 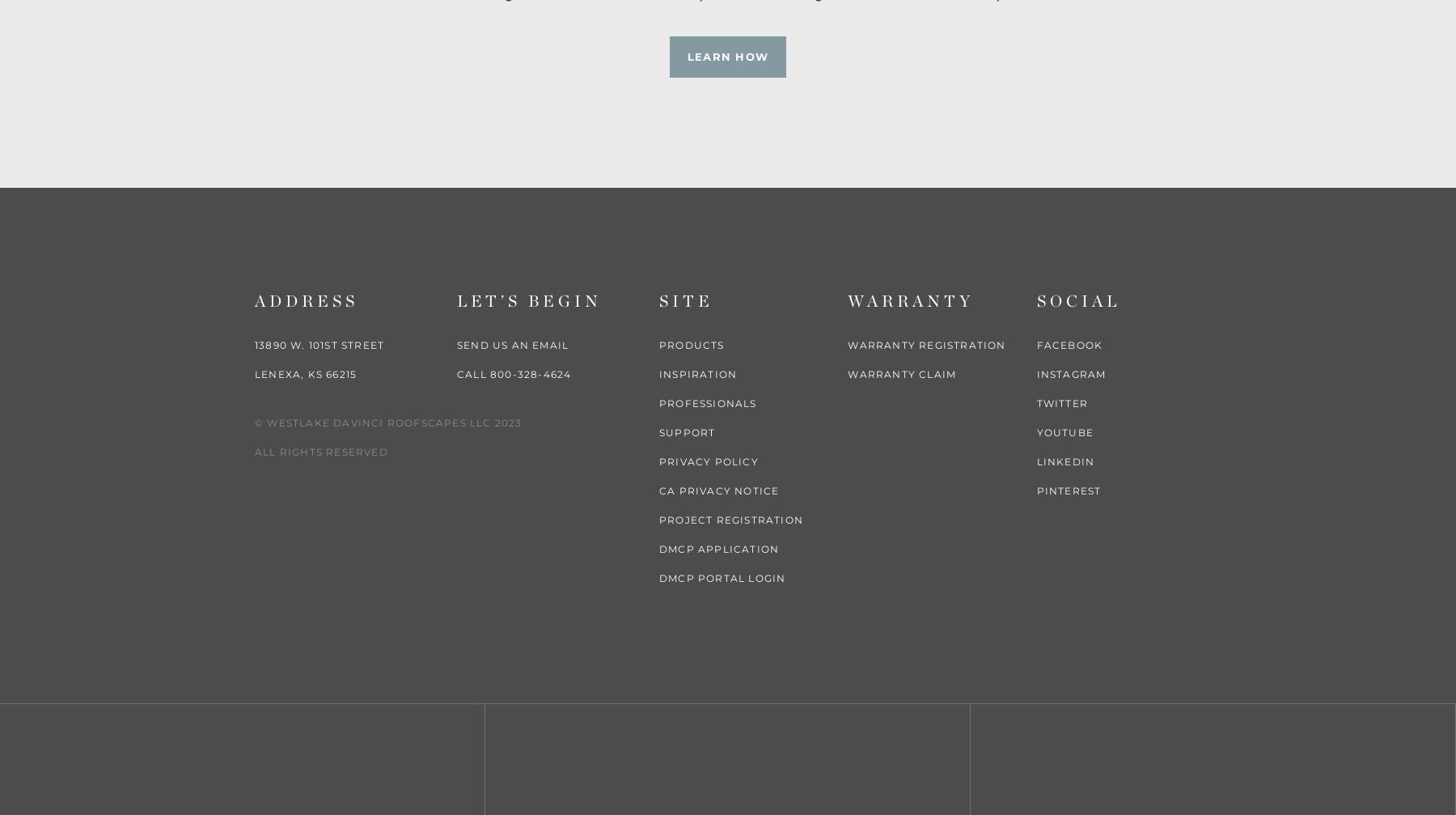 What do you see at coordinates (901, 373) in the screenshot?
I see `'Warranty Claim'` at bounding box center [901, 373].